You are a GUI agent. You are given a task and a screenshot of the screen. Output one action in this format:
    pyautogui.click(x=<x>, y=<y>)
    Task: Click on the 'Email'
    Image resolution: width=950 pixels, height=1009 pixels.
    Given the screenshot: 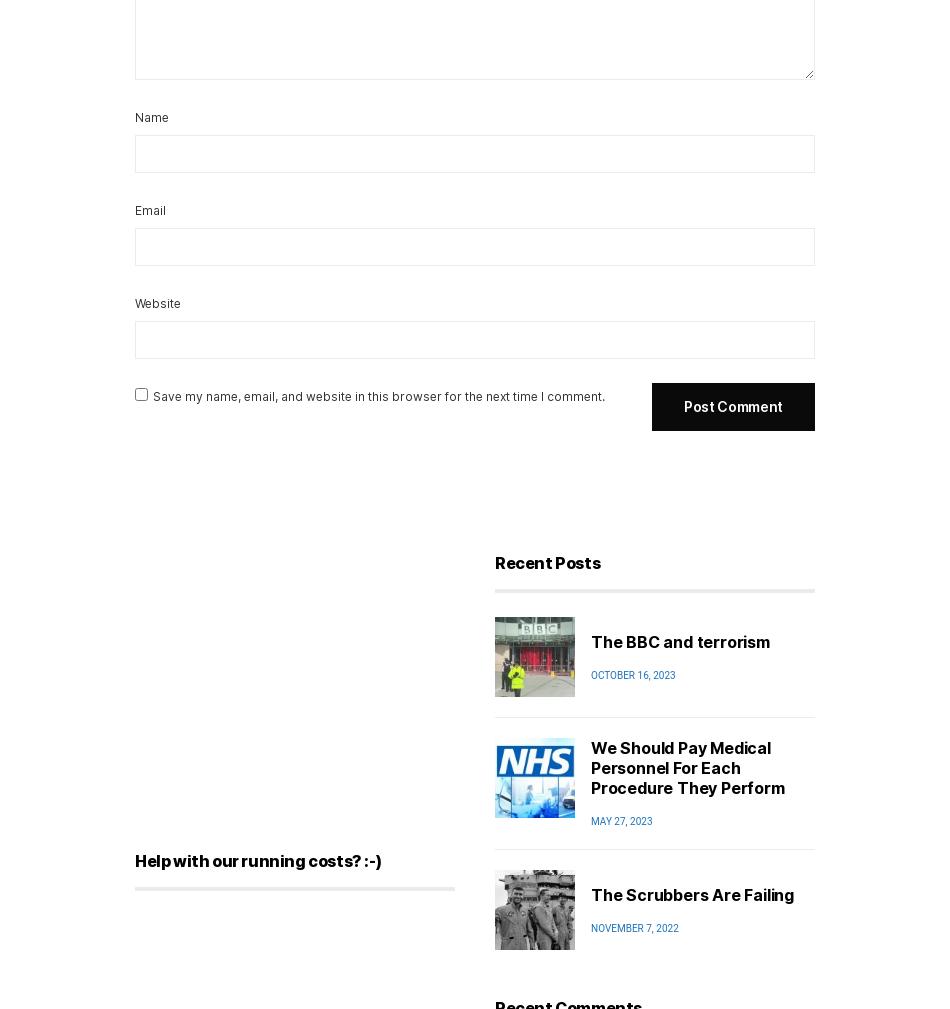 What is the action you would take?
    pyautogui.click(x=134, y=209)
    